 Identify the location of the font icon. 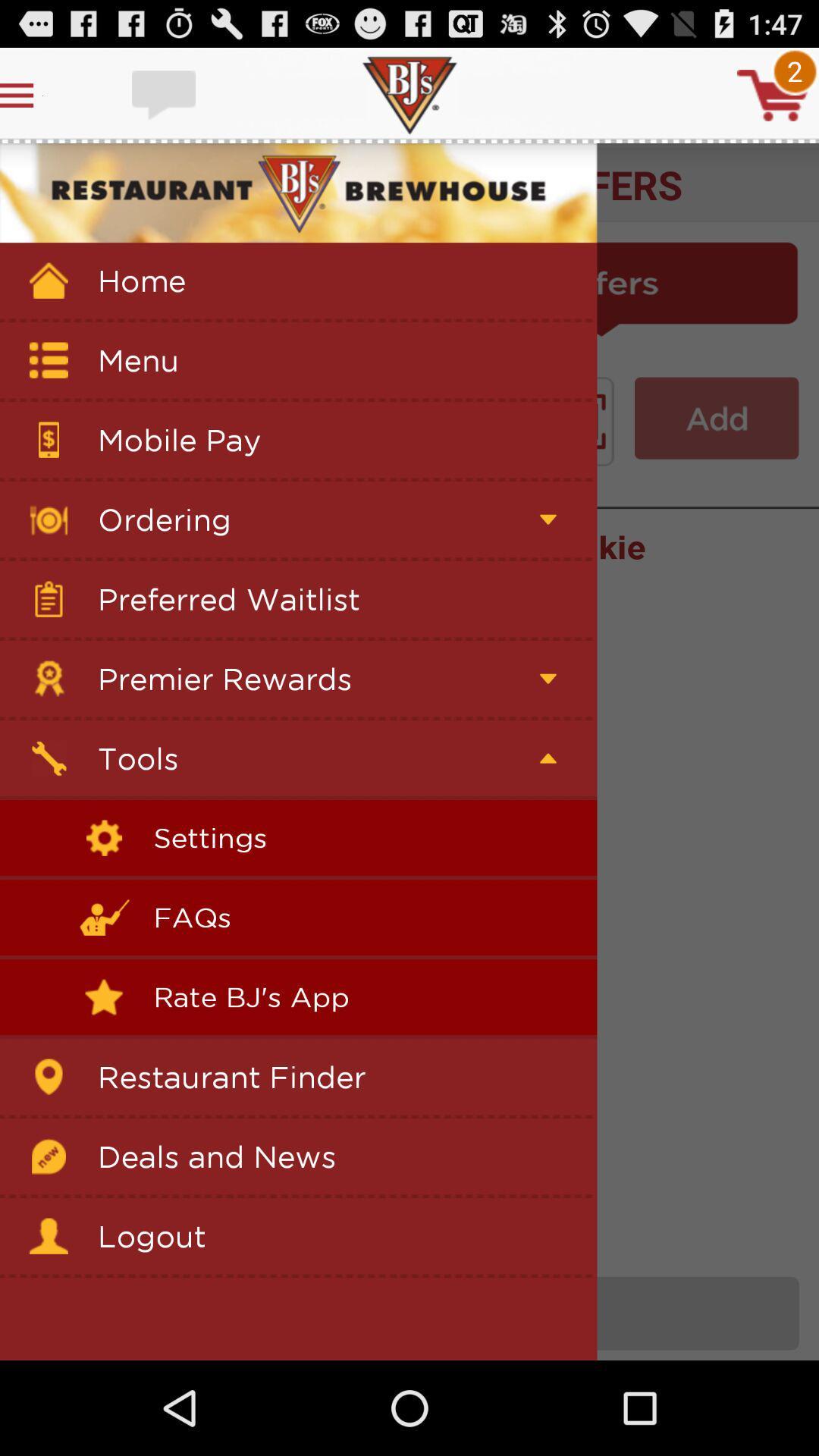
(717, 447).